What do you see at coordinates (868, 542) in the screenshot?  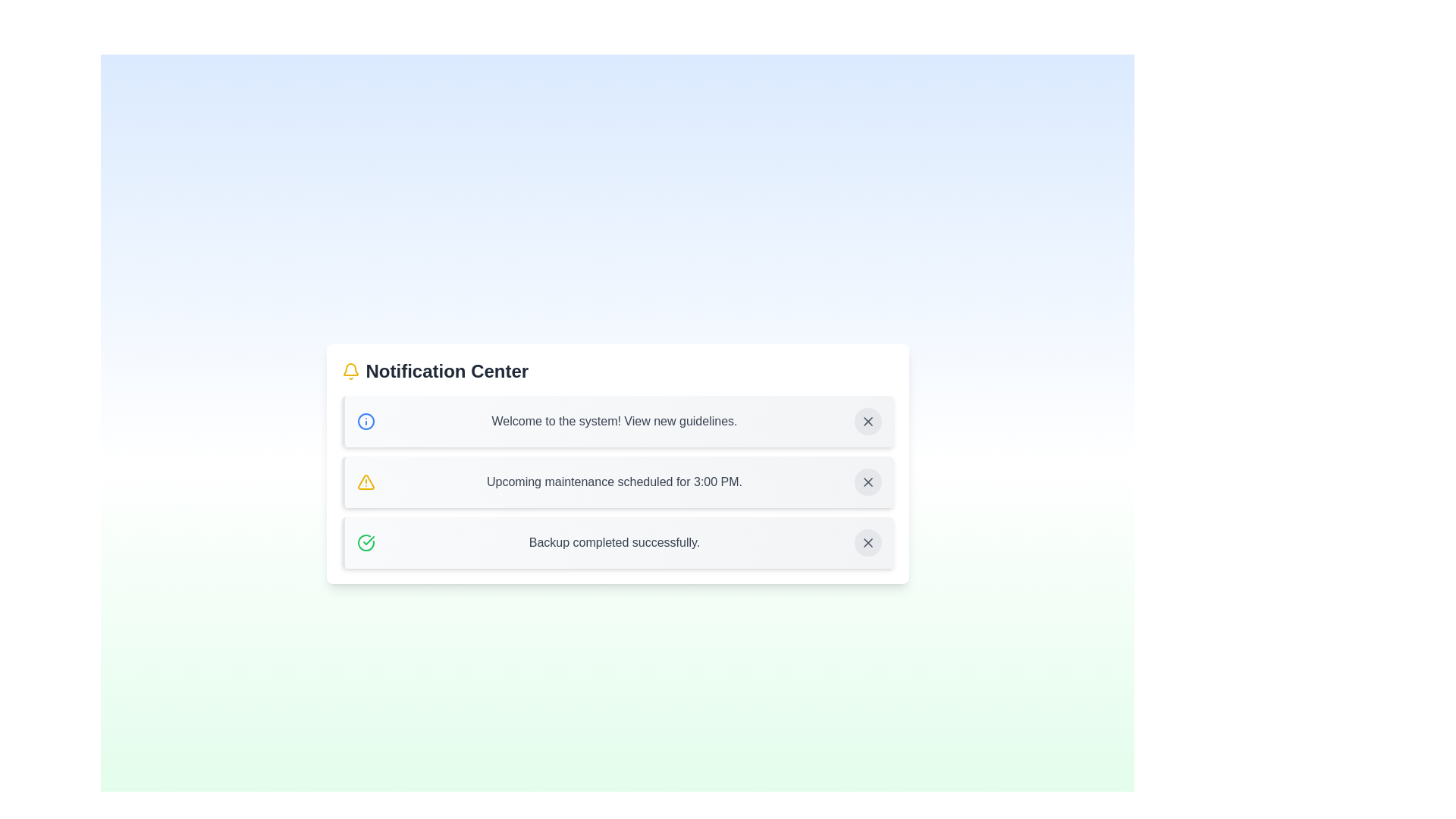 I see `the Close button icon, which resembles a gray 'X' and is situated at the center of a circular button on the far-right side of the last notification entry` at bounding box center [868, 542].